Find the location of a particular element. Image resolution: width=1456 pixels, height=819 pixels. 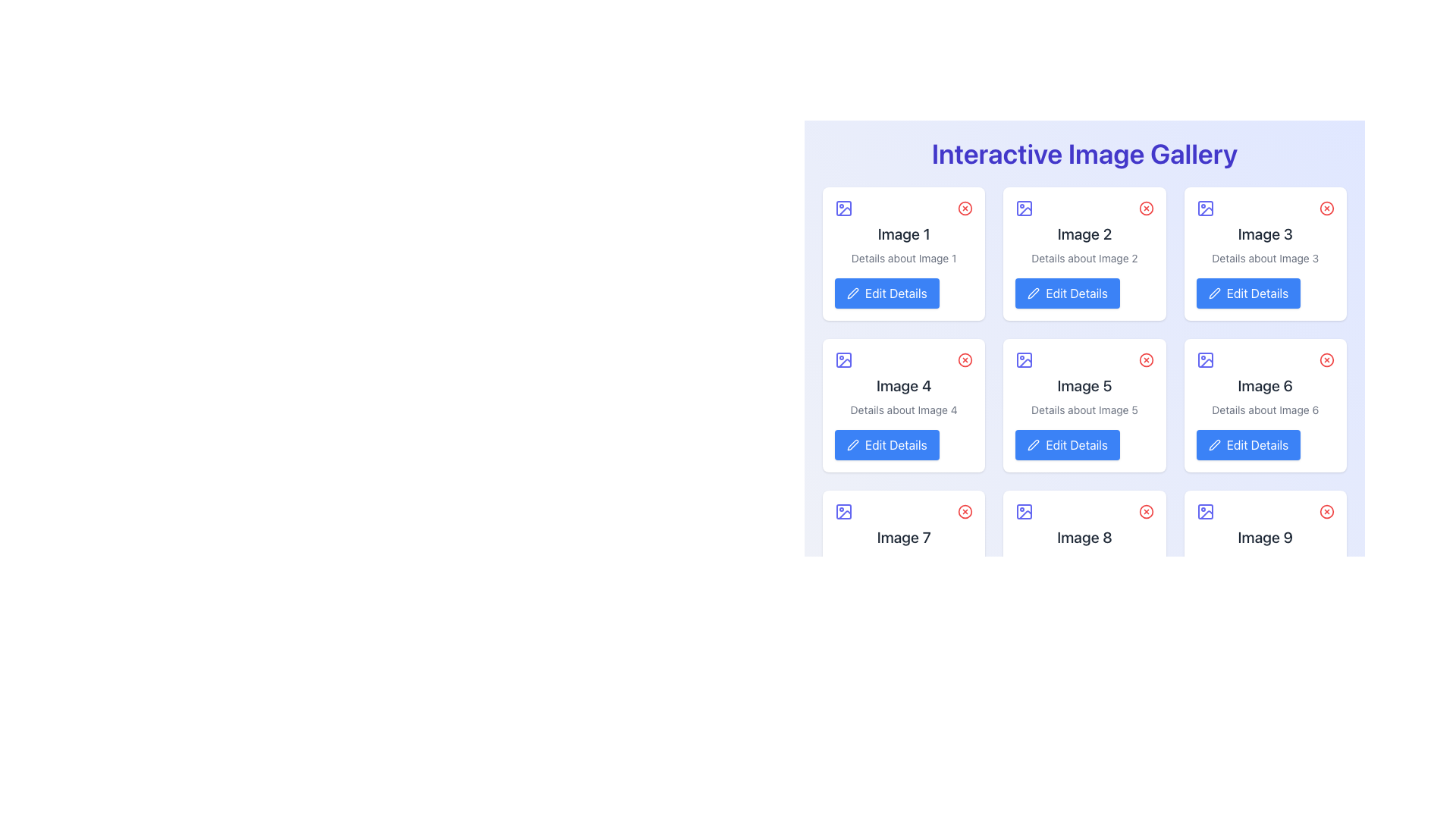

the pencil icon embedded within the blue 'Edit Details' button, which symbolizes 'edit' functionality and is positioned below an image card is located at coordinates (1033, 293).